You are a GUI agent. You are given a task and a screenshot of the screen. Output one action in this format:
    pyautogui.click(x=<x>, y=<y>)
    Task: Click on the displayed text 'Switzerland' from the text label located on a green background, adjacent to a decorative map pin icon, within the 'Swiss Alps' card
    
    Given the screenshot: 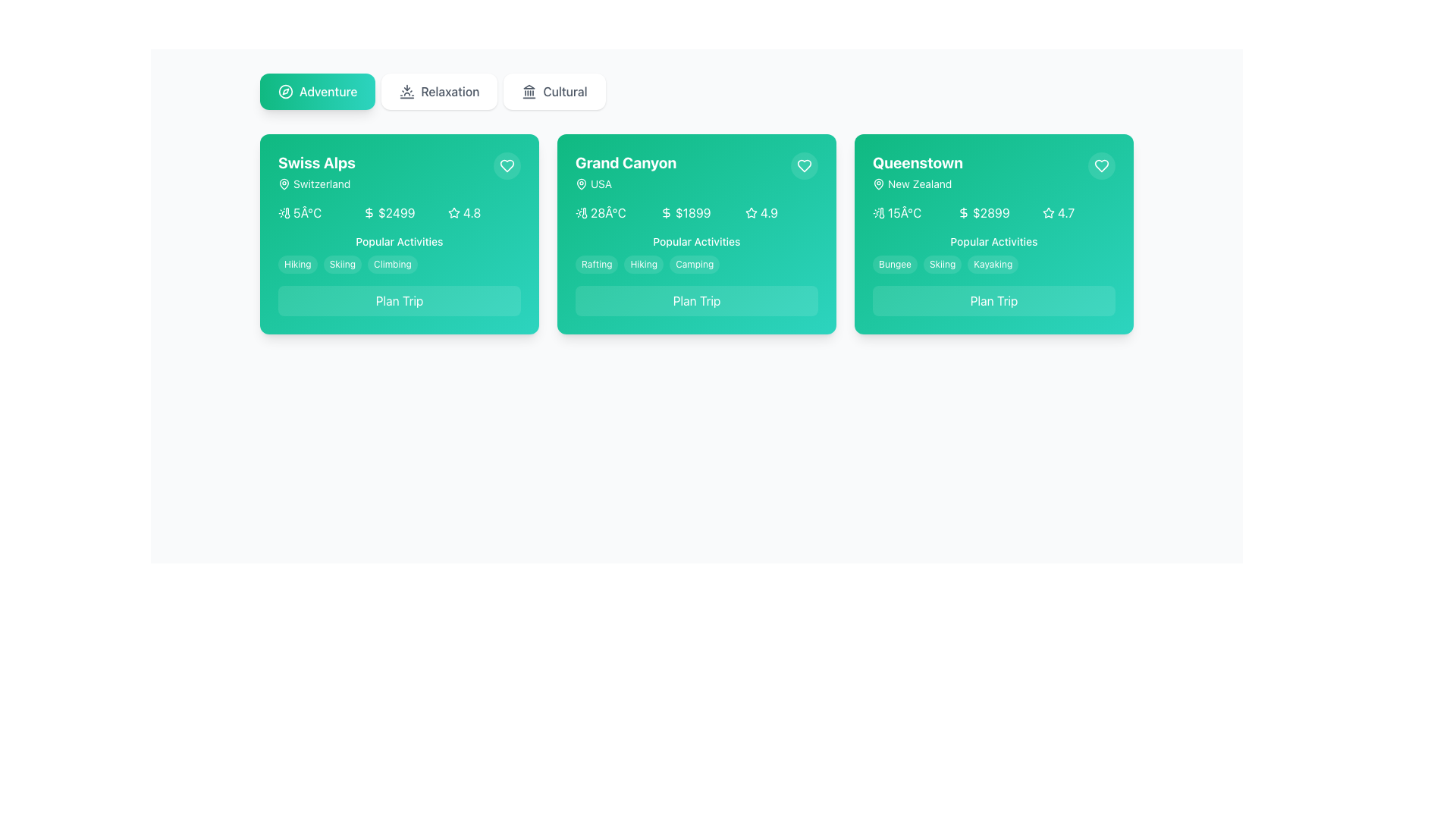 What is the action you would take?
    pyautogui.click(x=315, y=184)
    